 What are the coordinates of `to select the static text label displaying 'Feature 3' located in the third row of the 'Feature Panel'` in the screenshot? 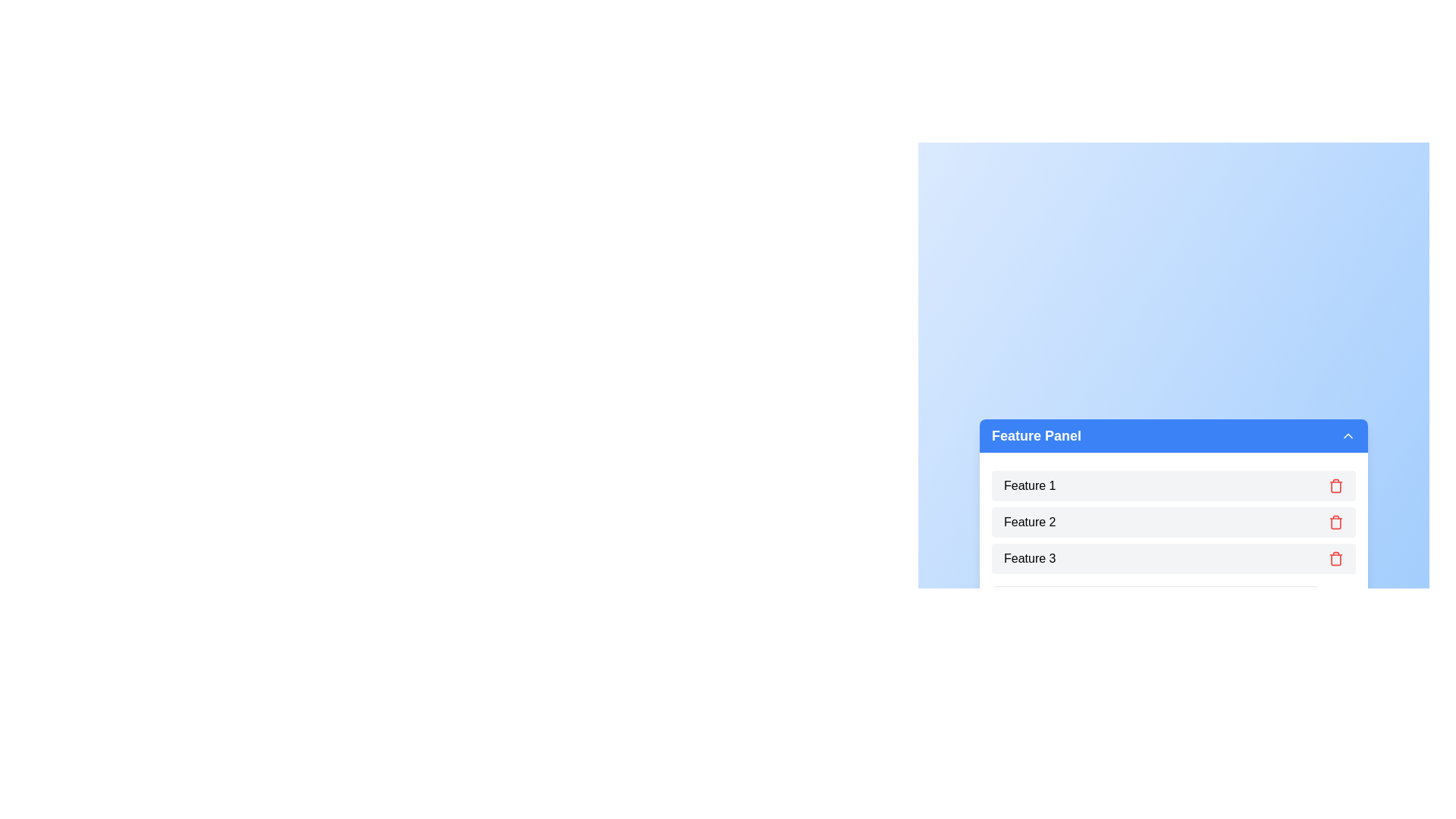 It's located at (1030, 558).